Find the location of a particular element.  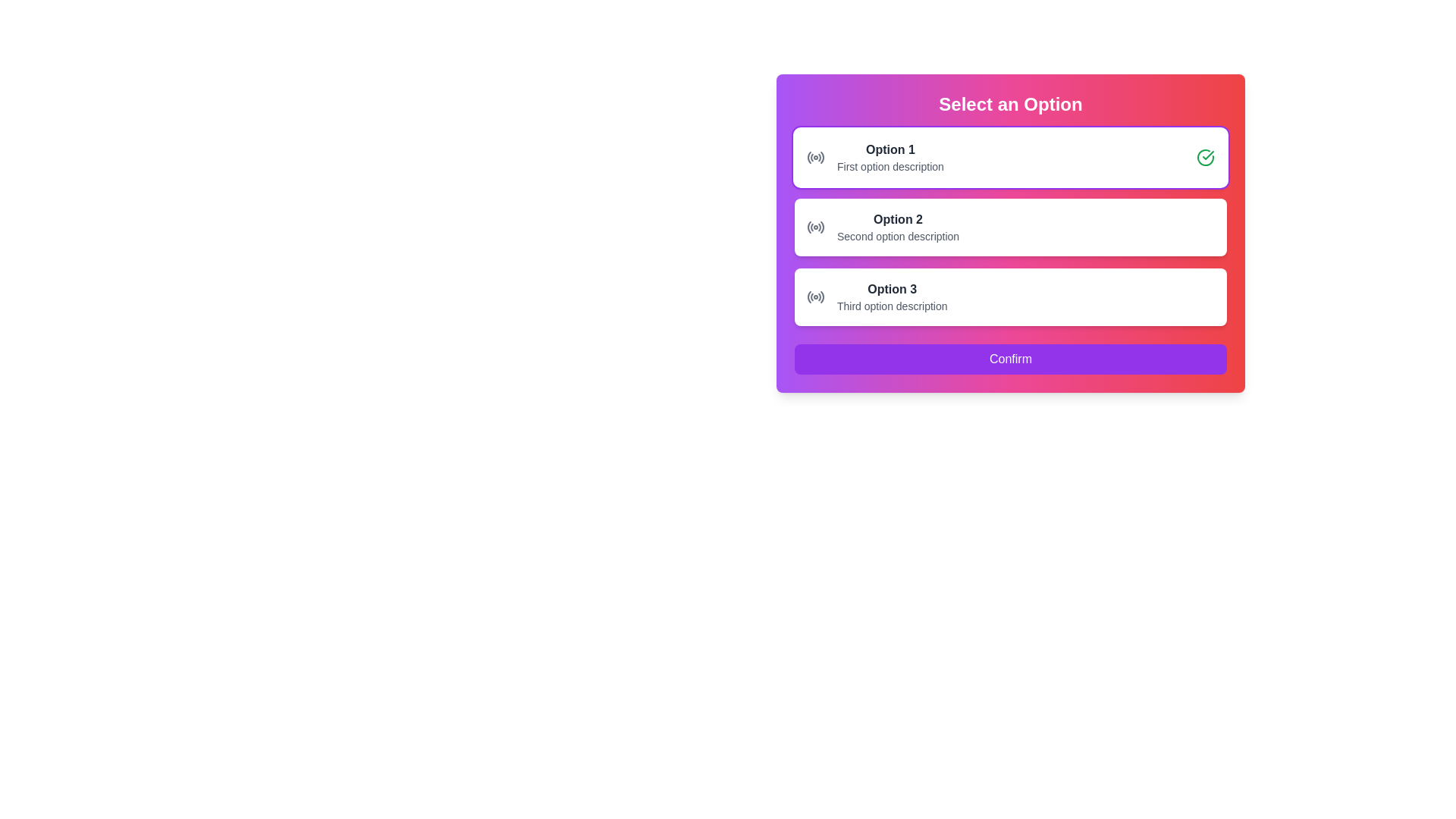

the text label that identifies the 'Option 2' selection group, located slightly above the descriptive text for 'Option 2' is located at coordinates (898, 219).